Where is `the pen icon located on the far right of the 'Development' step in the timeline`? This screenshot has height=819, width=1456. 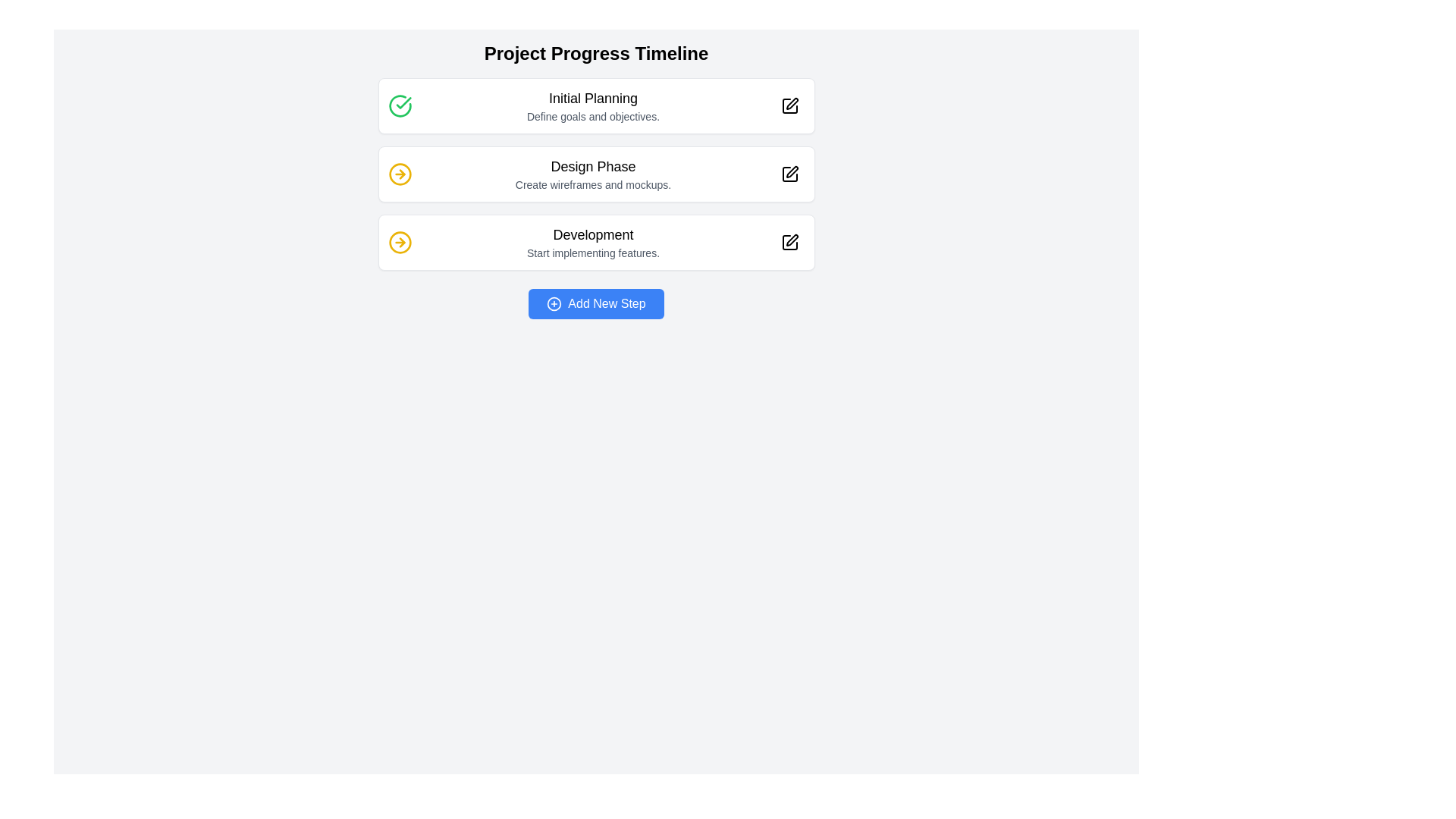
the pen icon located on the far right of the 'Development' step in the timeline is located at coordinates (791, 239).